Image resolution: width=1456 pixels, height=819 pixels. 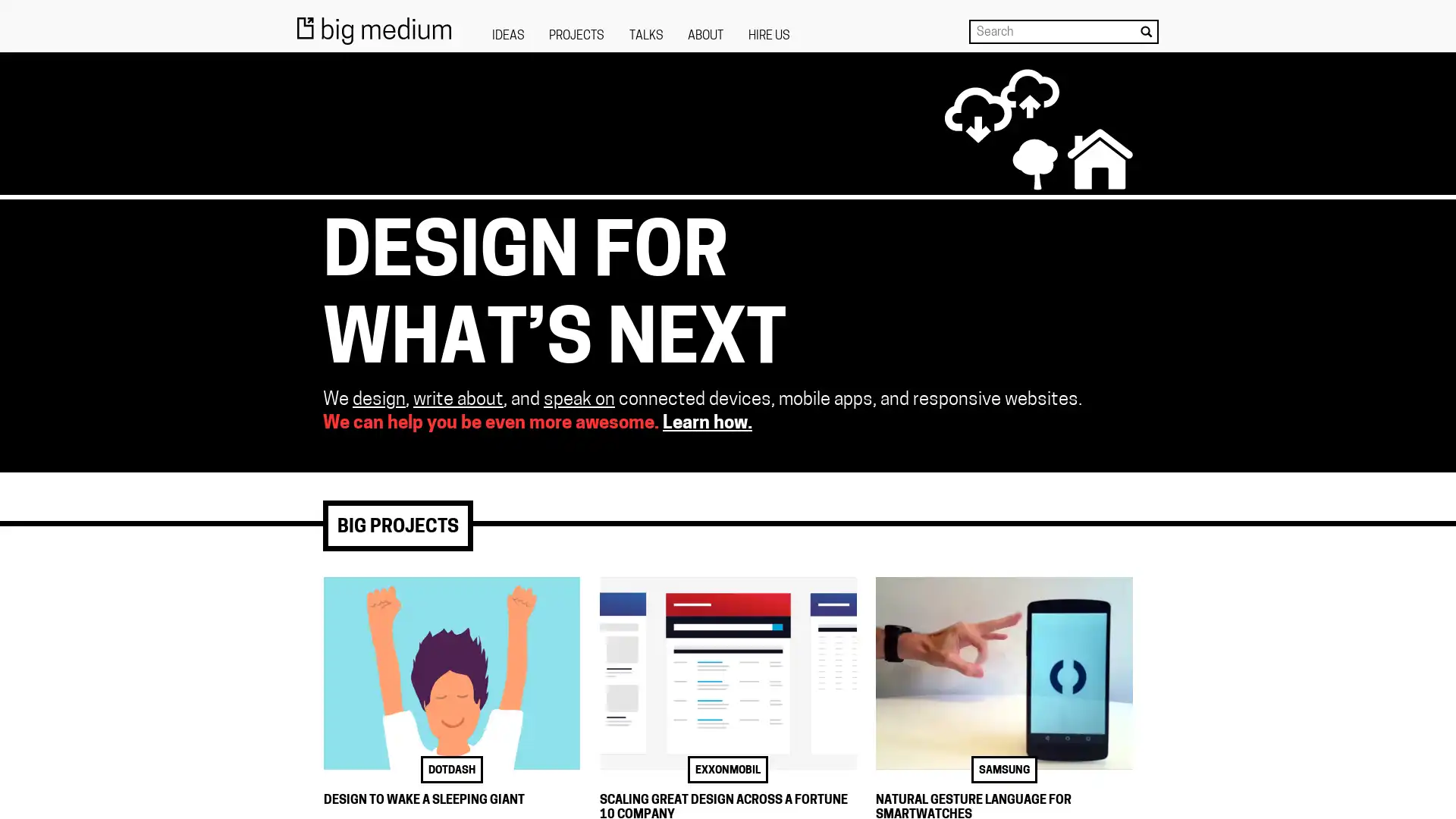 What do you see at coordinates (1146, 31) in the screenshot?
I see `Search` at bounding box center [1146, 31].